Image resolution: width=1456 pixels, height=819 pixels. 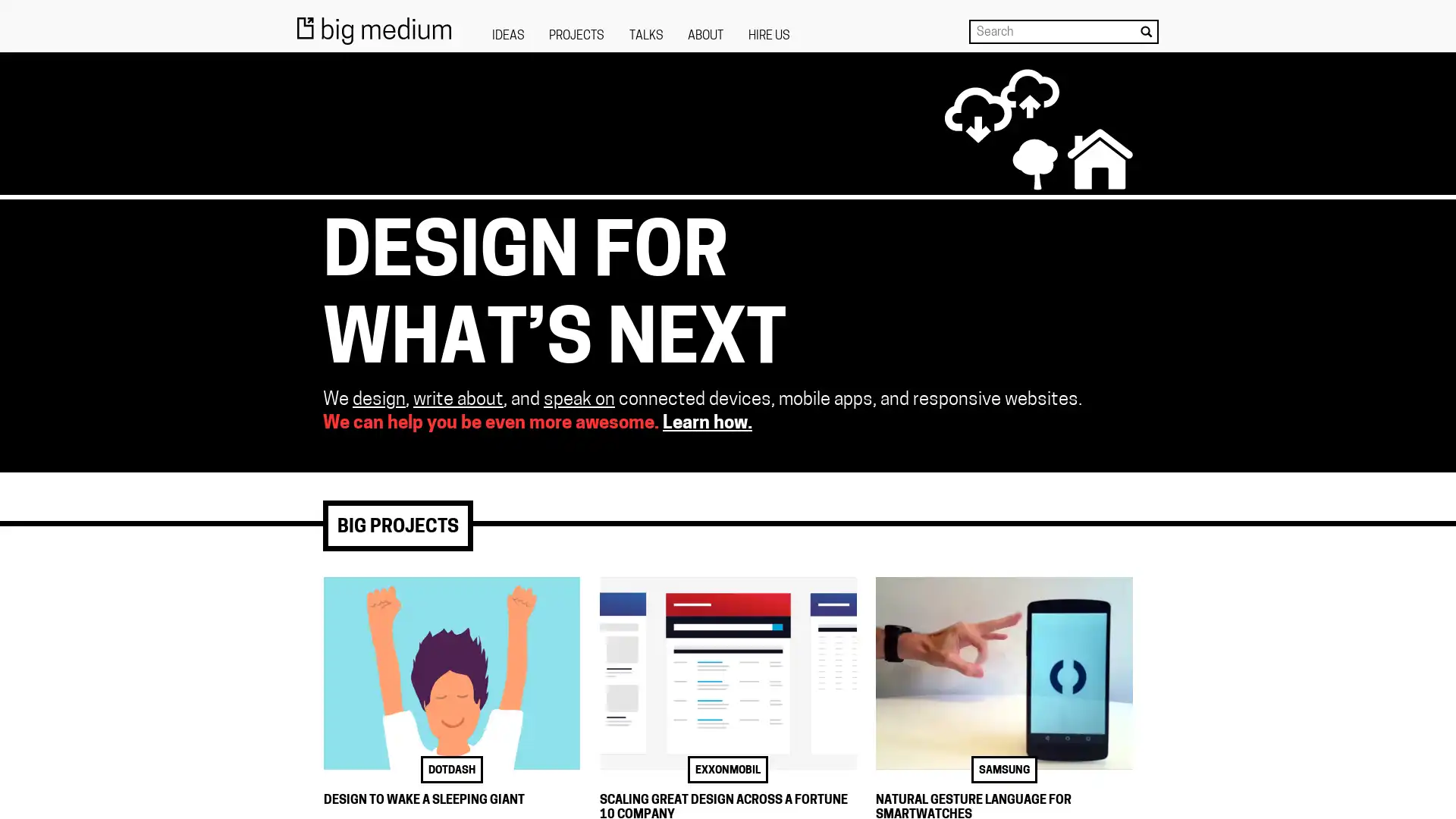 What do you see at coordinates (1146, 31) in the screenshot?
I see `Search` at bounding box center [1146, 31].